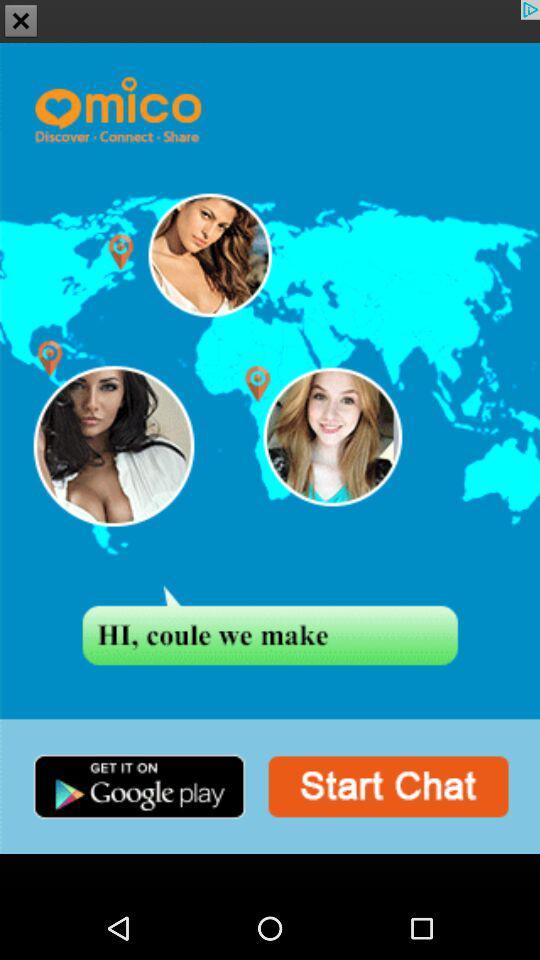 The width and height of the screenshot is (540, 960). Describe the element at coordinates (20, 21) in the screenshot. I see `the close icon` at that location.